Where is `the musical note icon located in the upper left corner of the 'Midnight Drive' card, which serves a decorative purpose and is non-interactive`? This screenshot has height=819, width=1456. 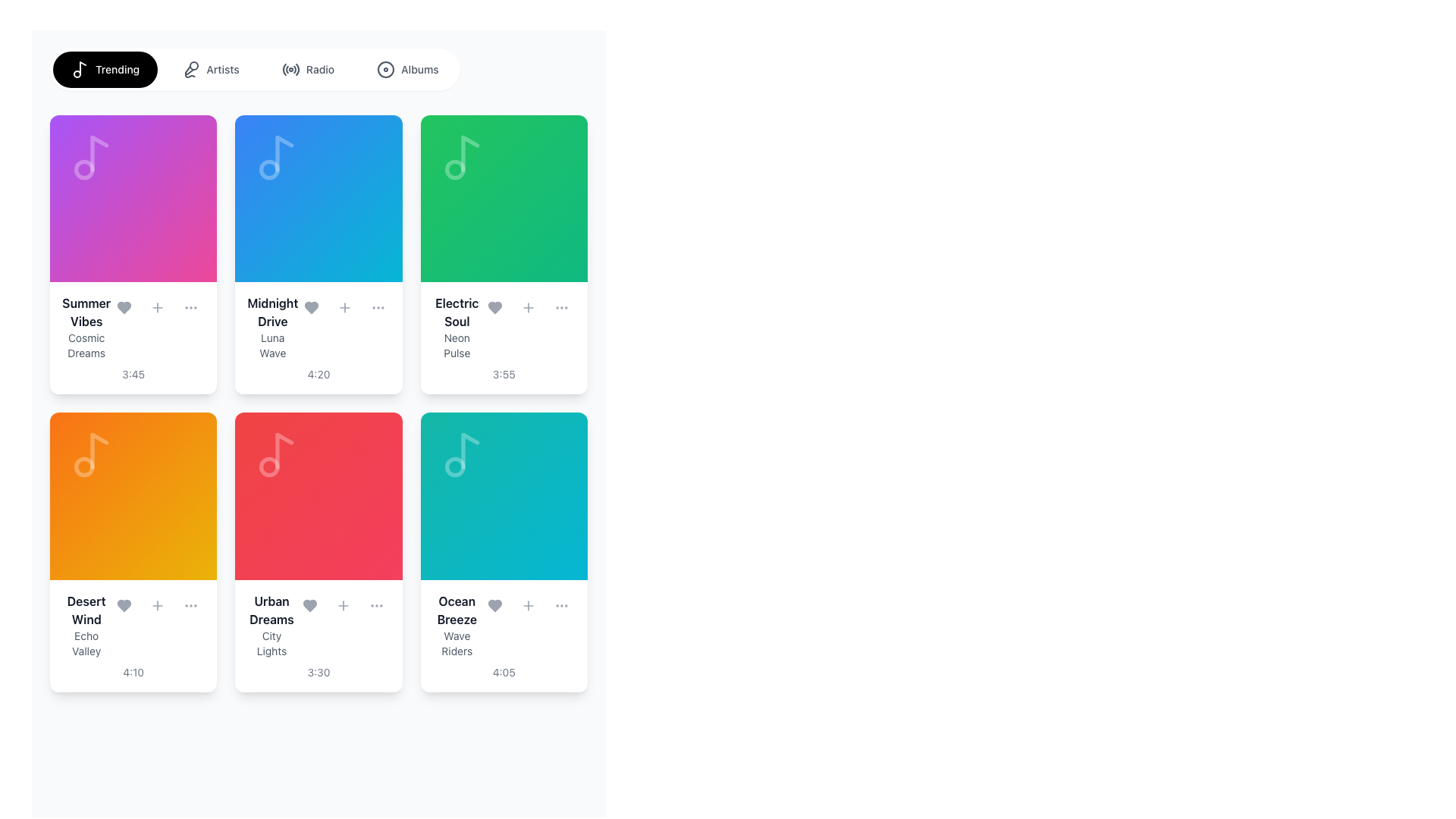
the musical note icon located in the upper left corner of the 'Midnight Drive' card, which serves a decorative purpose and is non-interactive is located at coordinates (278, 158).